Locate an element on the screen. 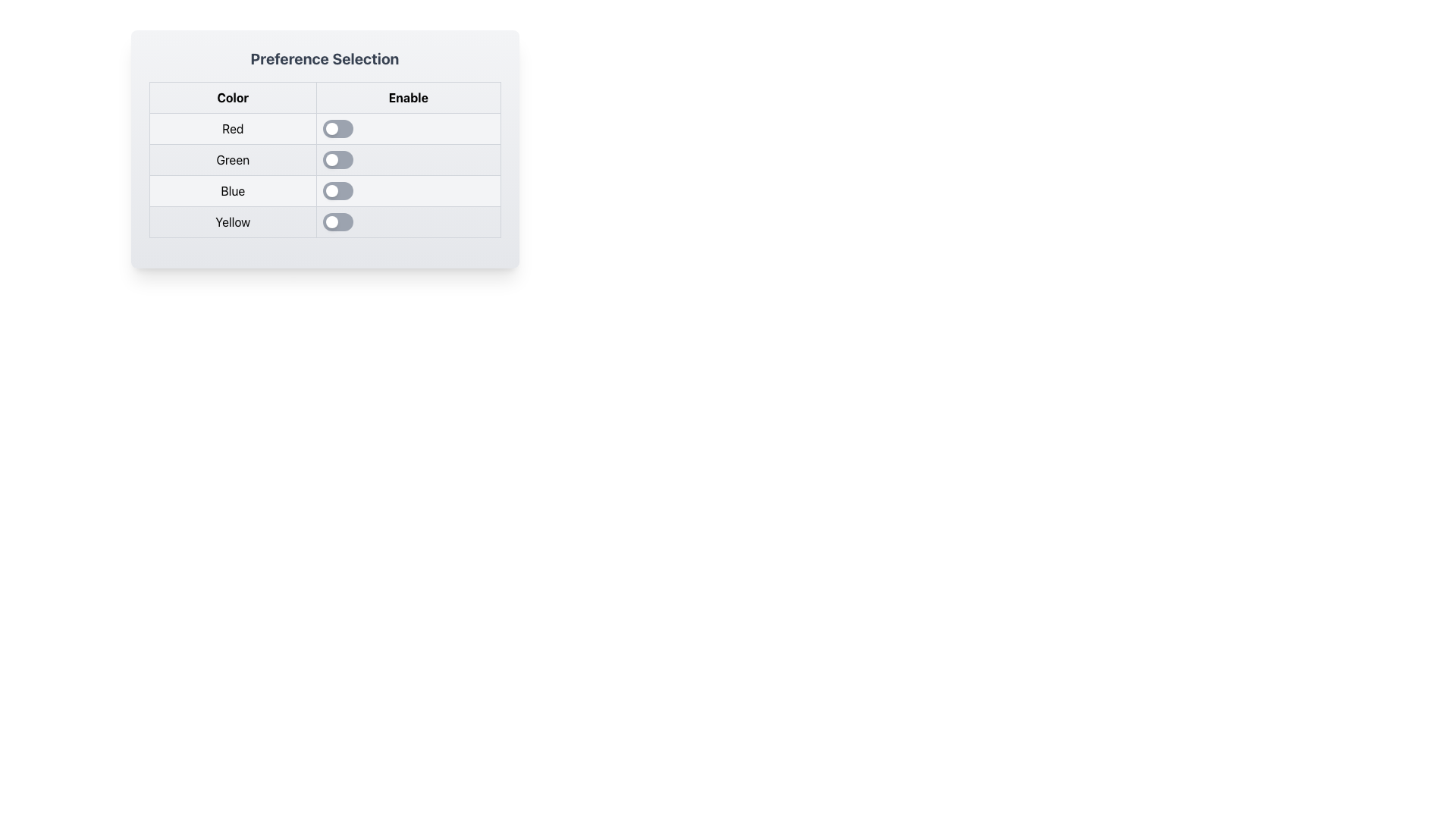 Image resolution: width=1456 pixels, height=819 pixels. the toggle knob of the switch corresponding to the 'Yellow' option is located at coordinates (331, 222).